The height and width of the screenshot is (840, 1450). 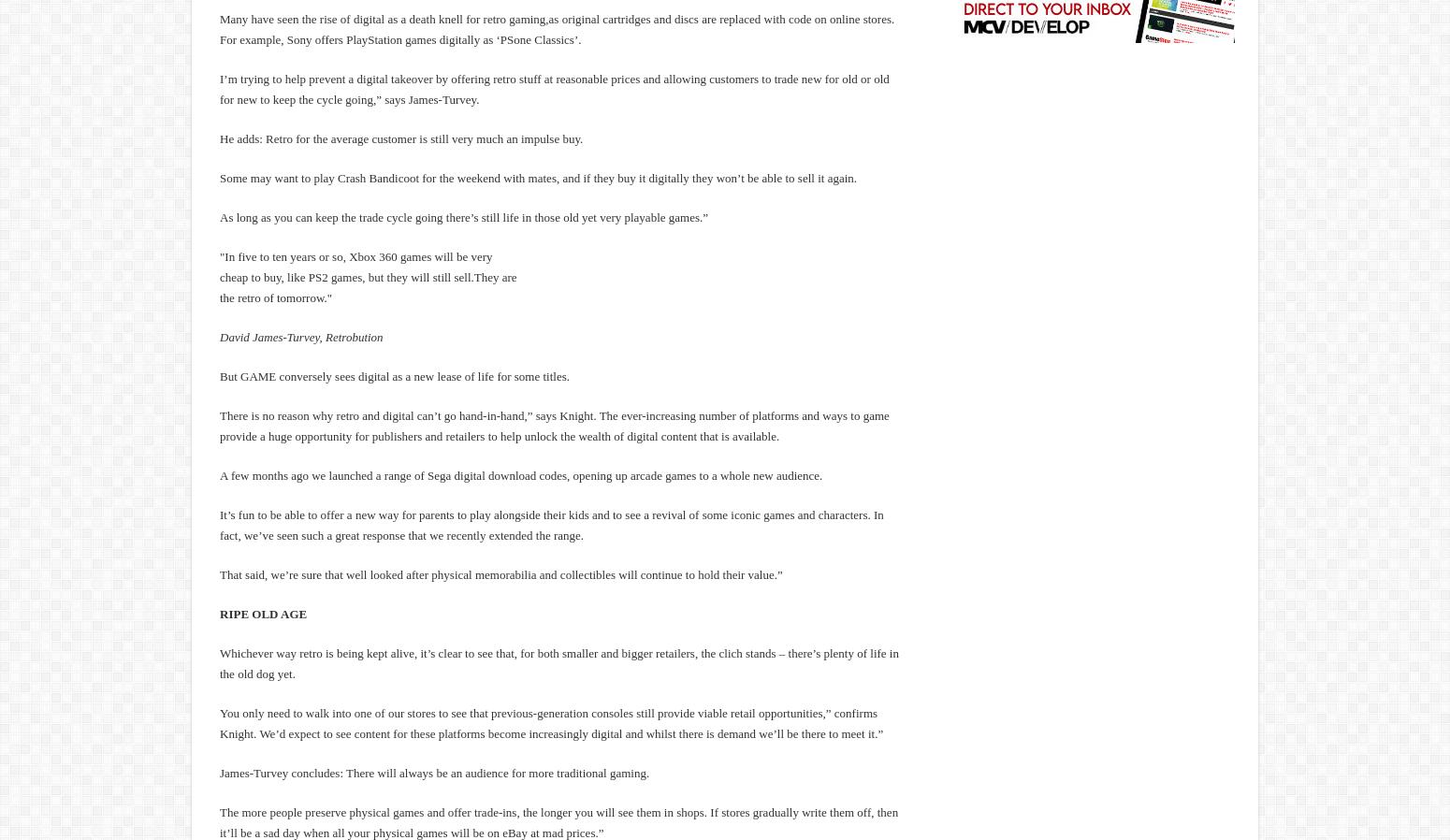 What do you see at coordinates (275, 297) in the screenshot?
I see `'the retro of tomorrow."'` at bounding box center [275, 297].